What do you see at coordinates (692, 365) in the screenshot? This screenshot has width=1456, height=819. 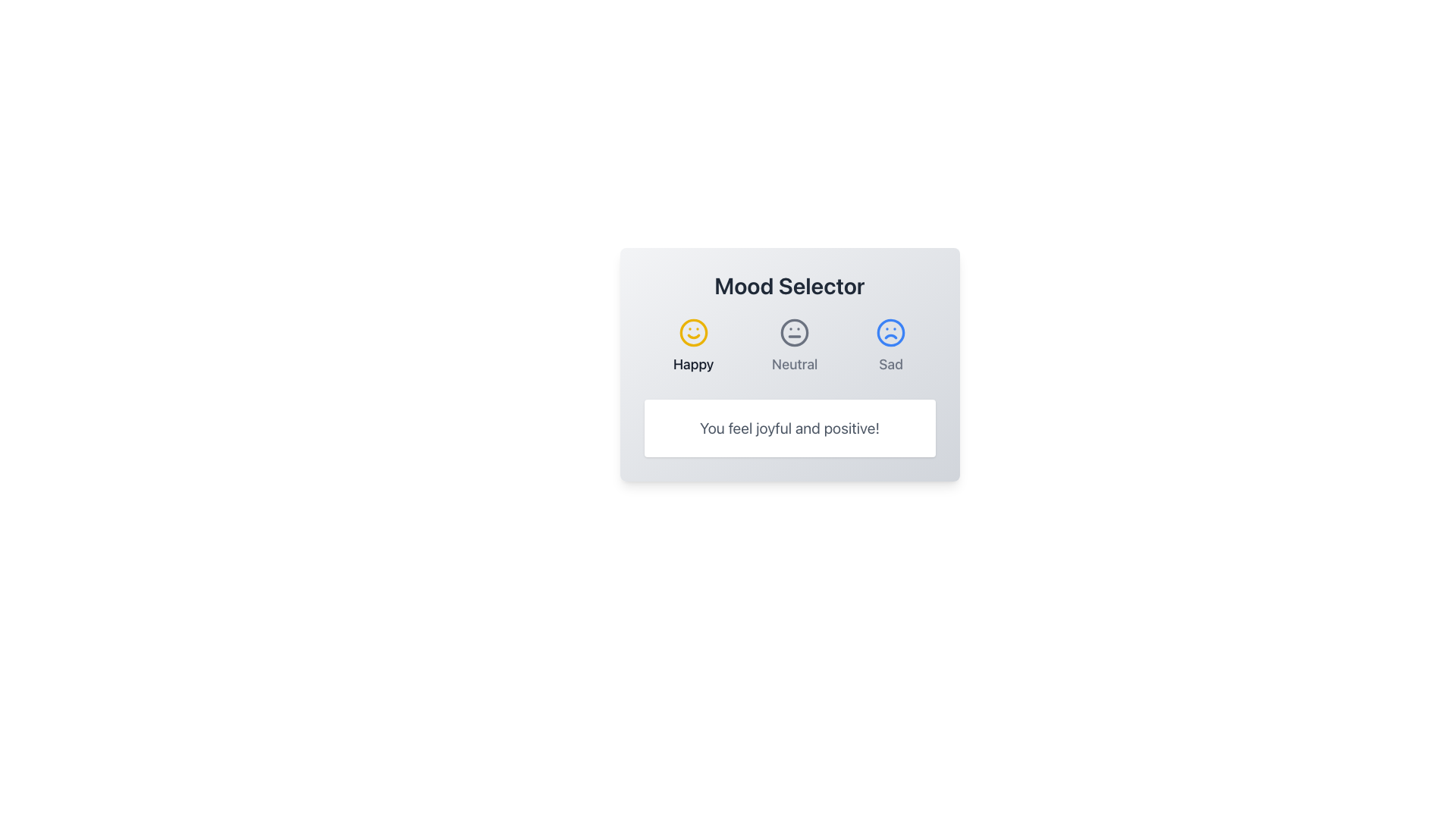 I see `the Text label indicating the mood represented by the icon above it, which is centrally aligned beneath the yellow smiling face icon in the mood selector grid` at bounding box center [692, 365].